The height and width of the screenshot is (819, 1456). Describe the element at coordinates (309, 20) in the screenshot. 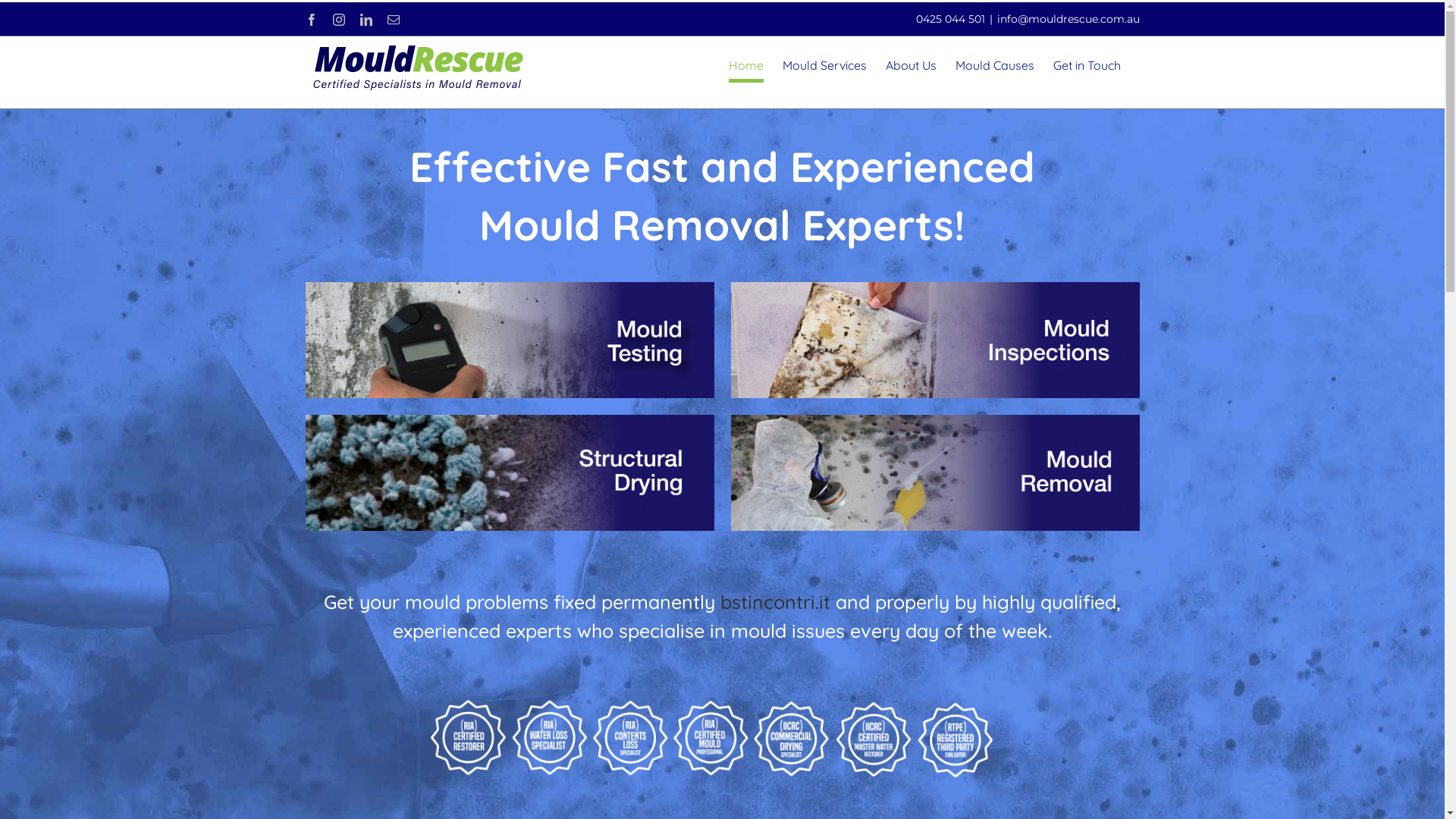

I see `'Facebook'` at that location.